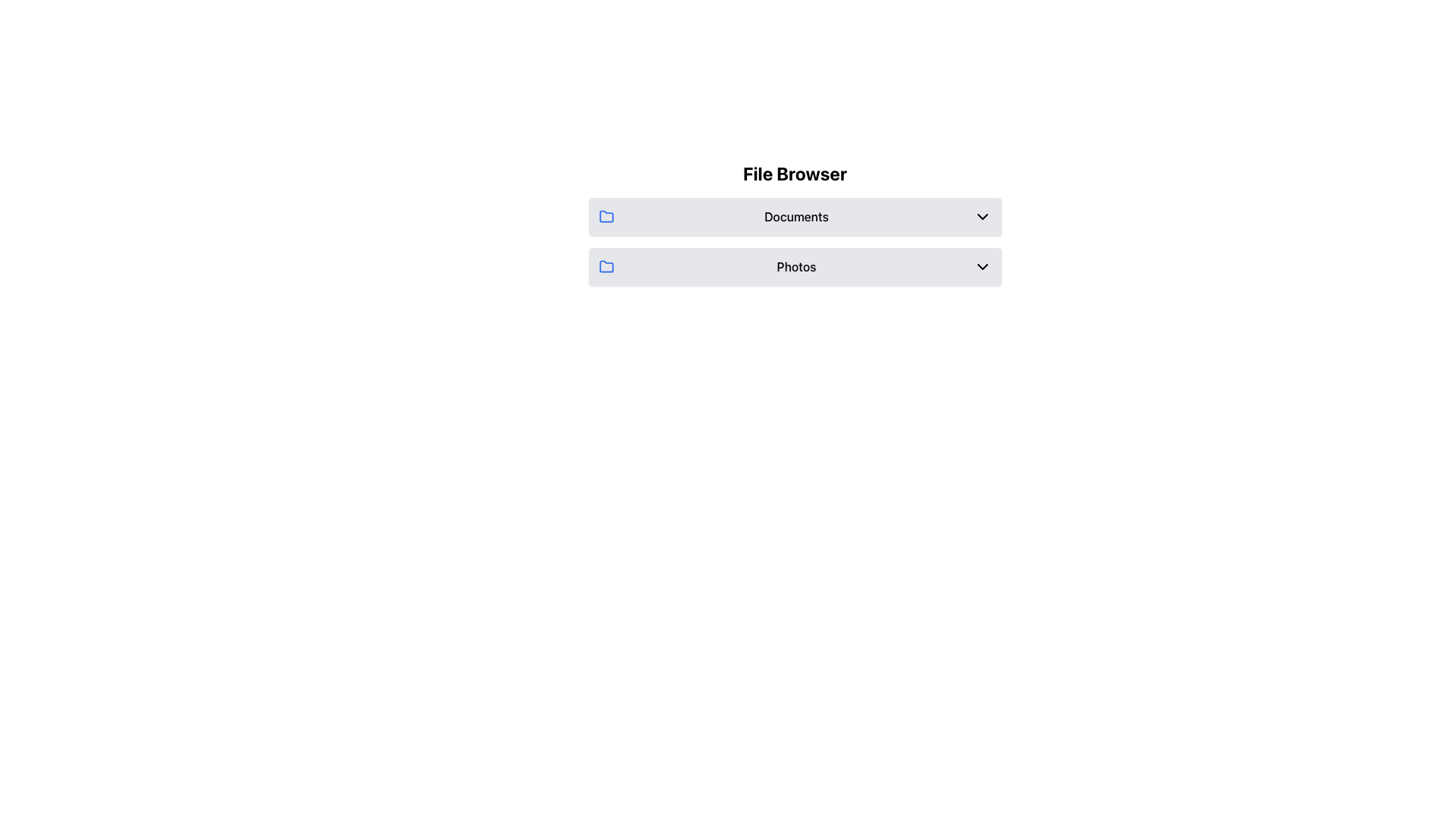  Describe the element at coordinates (795, 265) in the screenshot. I see `the 'Photos' text label, which is centered between a blue folder icon and a downward-facing chevron icon` at that location.